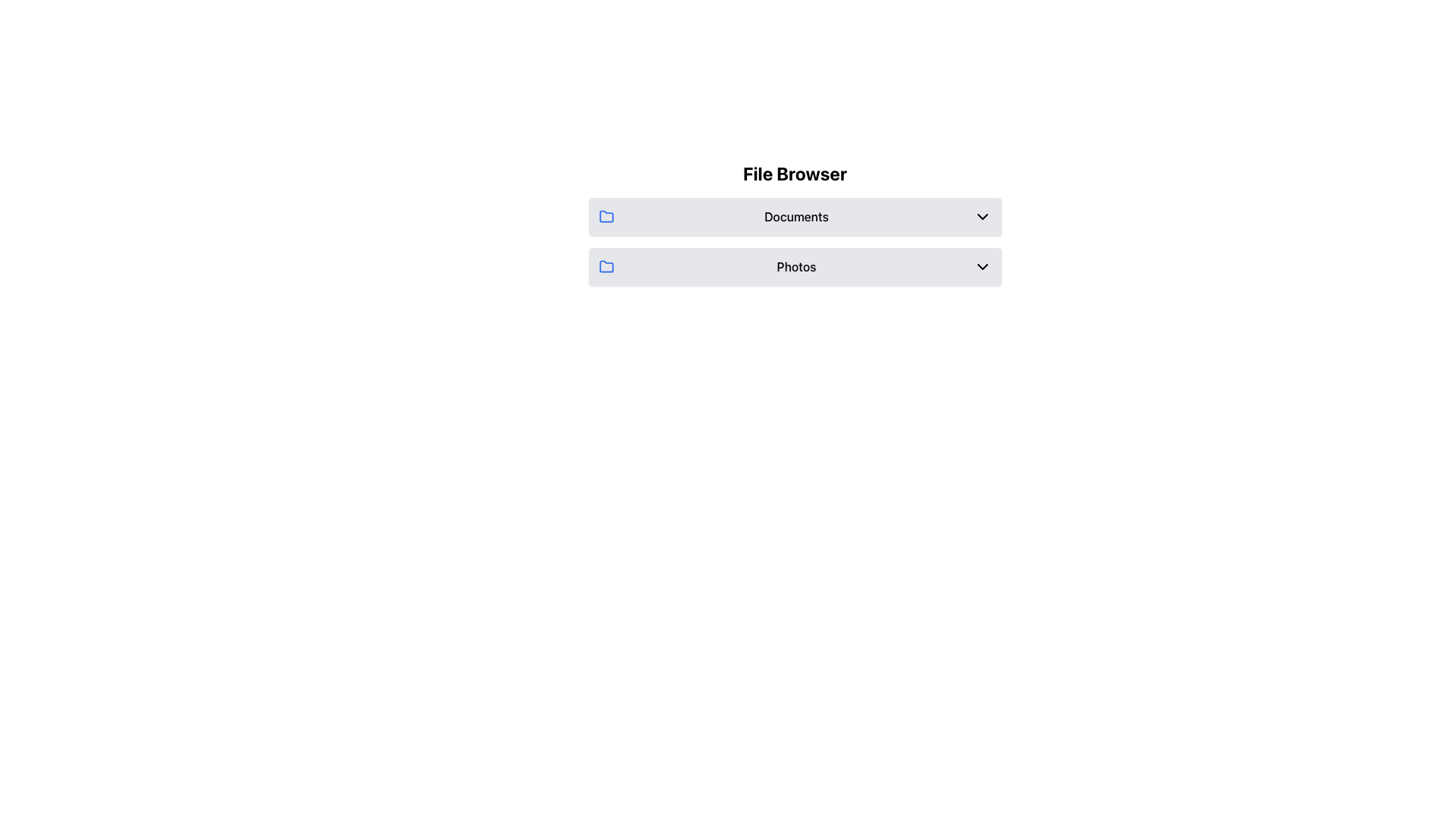  Describe the element at coordinates (795, 265) in the screenshot. I see `the 'Photos' text label, which is centered between a blue folder icon and a downward-facing chevron icon` at that location.